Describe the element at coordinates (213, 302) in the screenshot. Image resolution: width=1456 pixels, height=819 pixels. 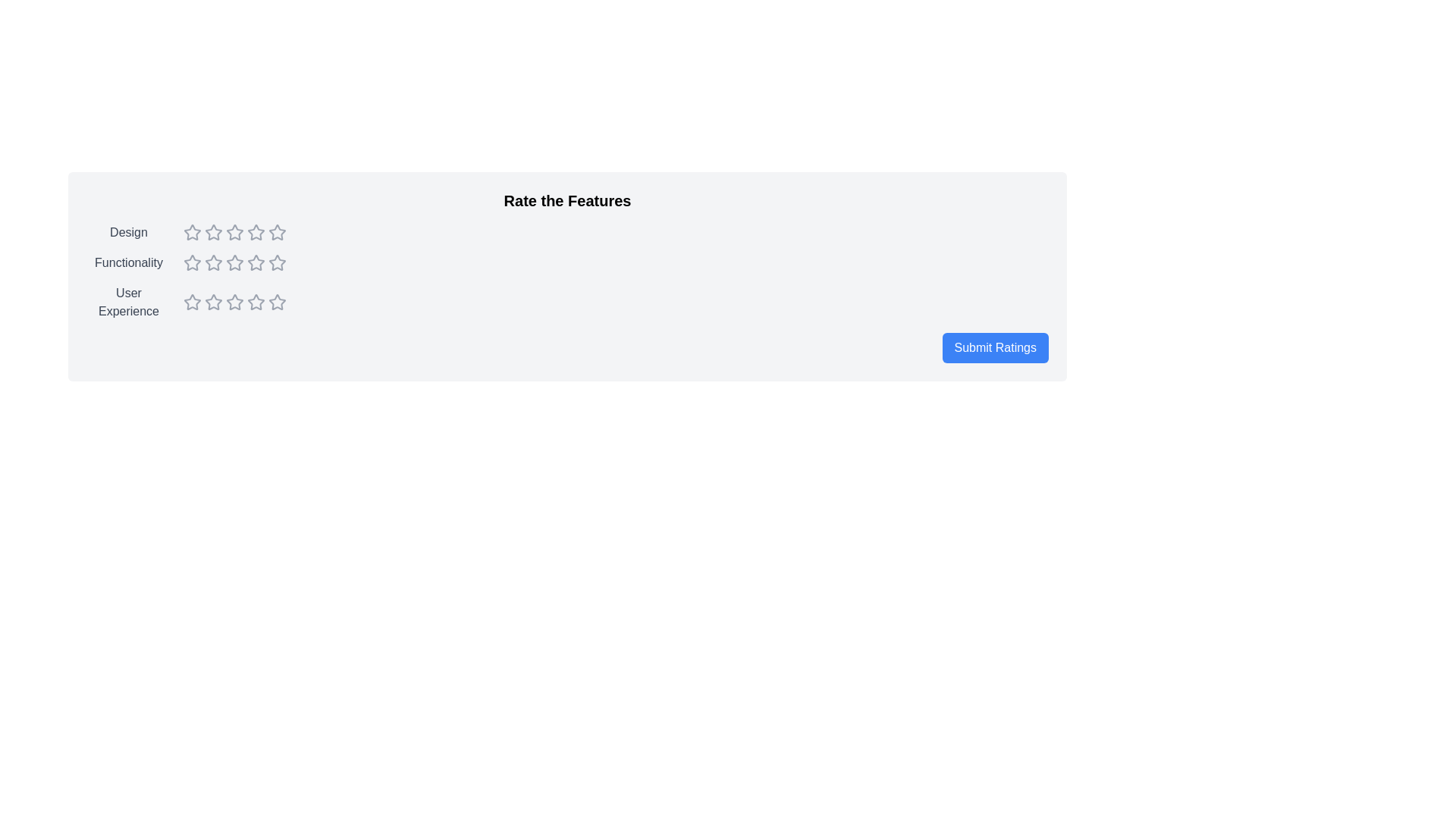
I see `the second hollow star icon in the 'User Experience' category to change the rating` at that location.